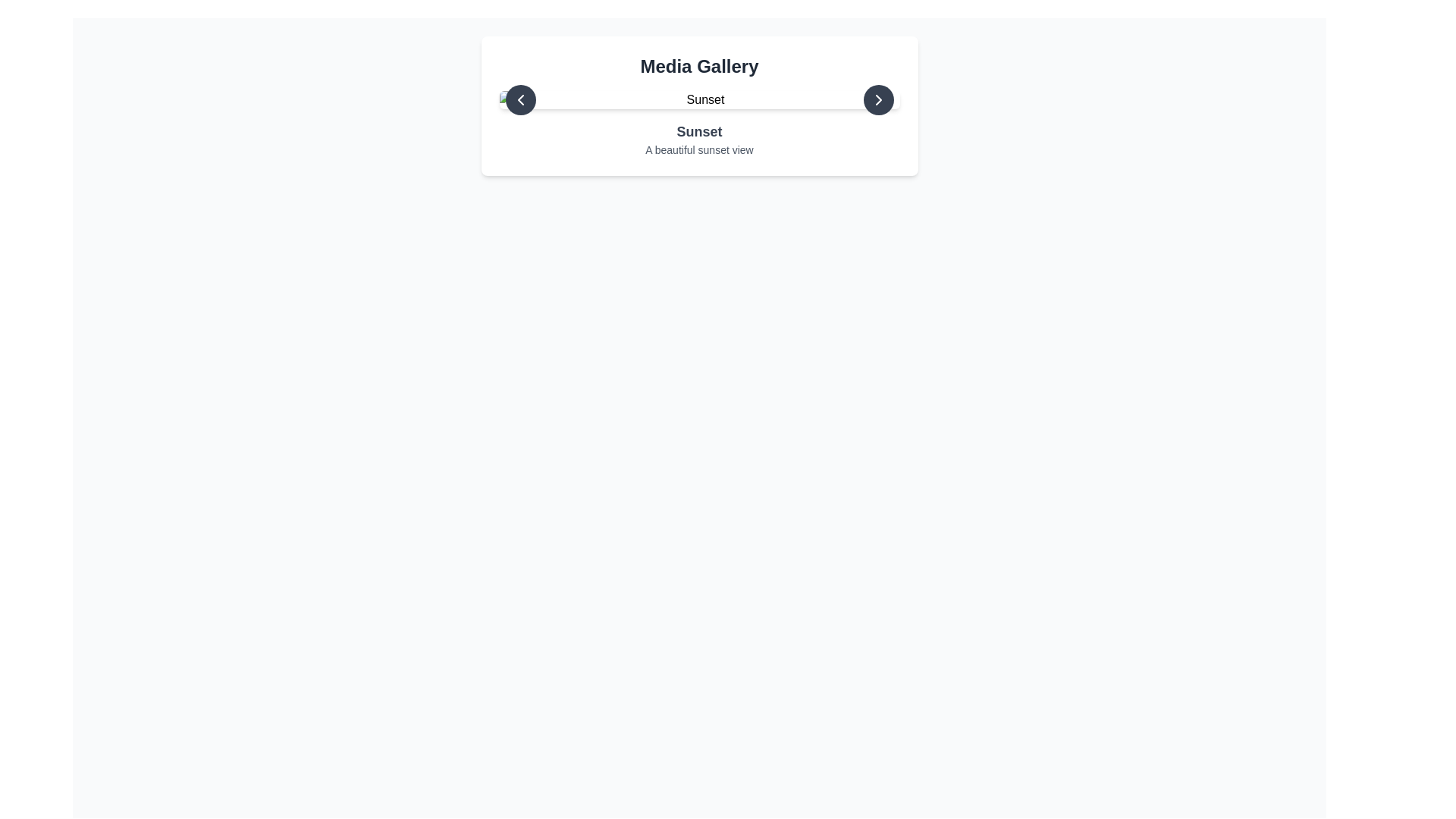 The image size is (1456, 819). Describe the element at coordinates (520, 99) in the screenshot. I see `the left-facing chevron icon in the 'Media Gallery' card layout, which is styled with a thin outline and is located in the upper left region of the component` at that location.